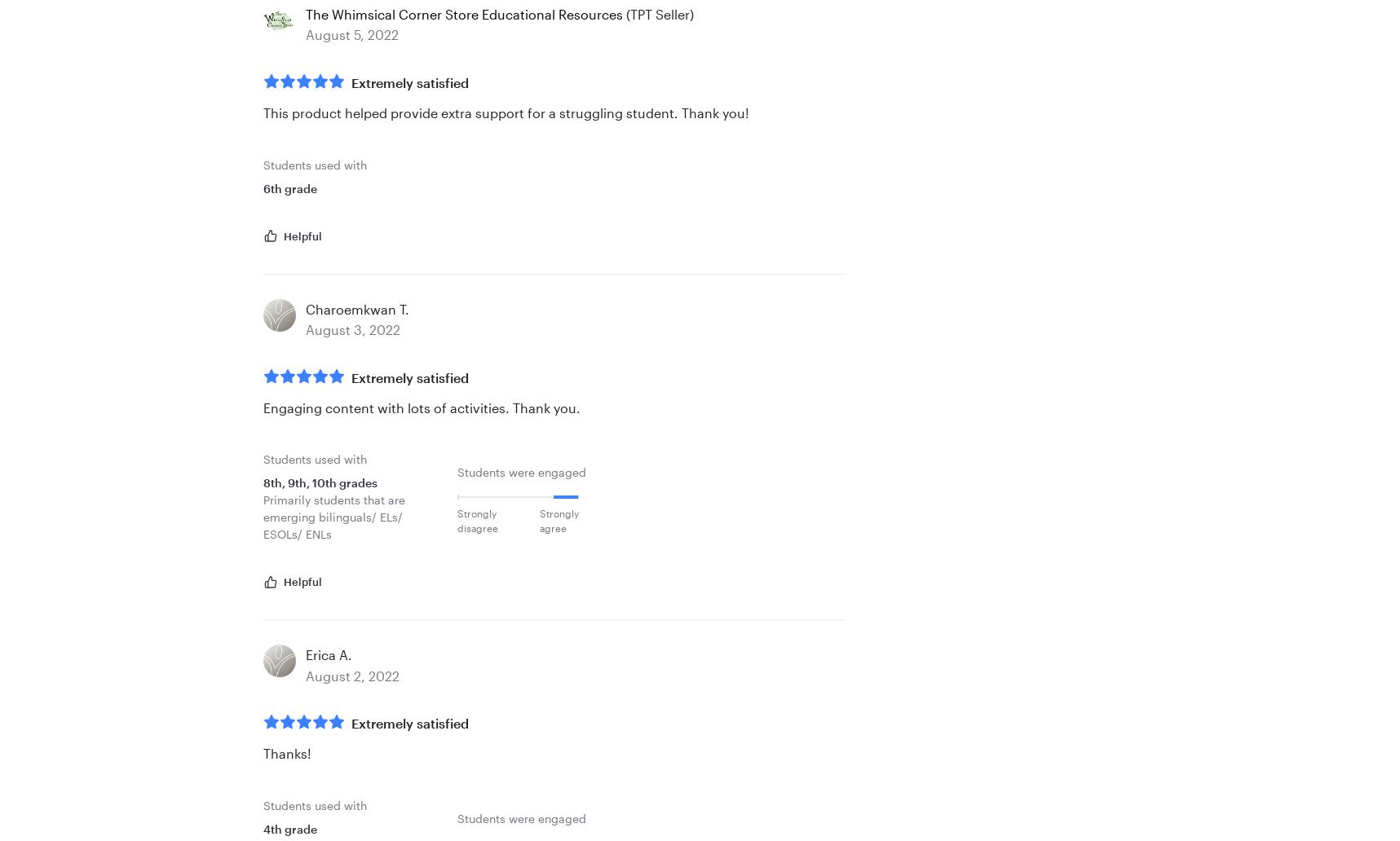  Describe the element at coordinates (289, 828) in the screenshot. I see `'4th grade'` at that location.